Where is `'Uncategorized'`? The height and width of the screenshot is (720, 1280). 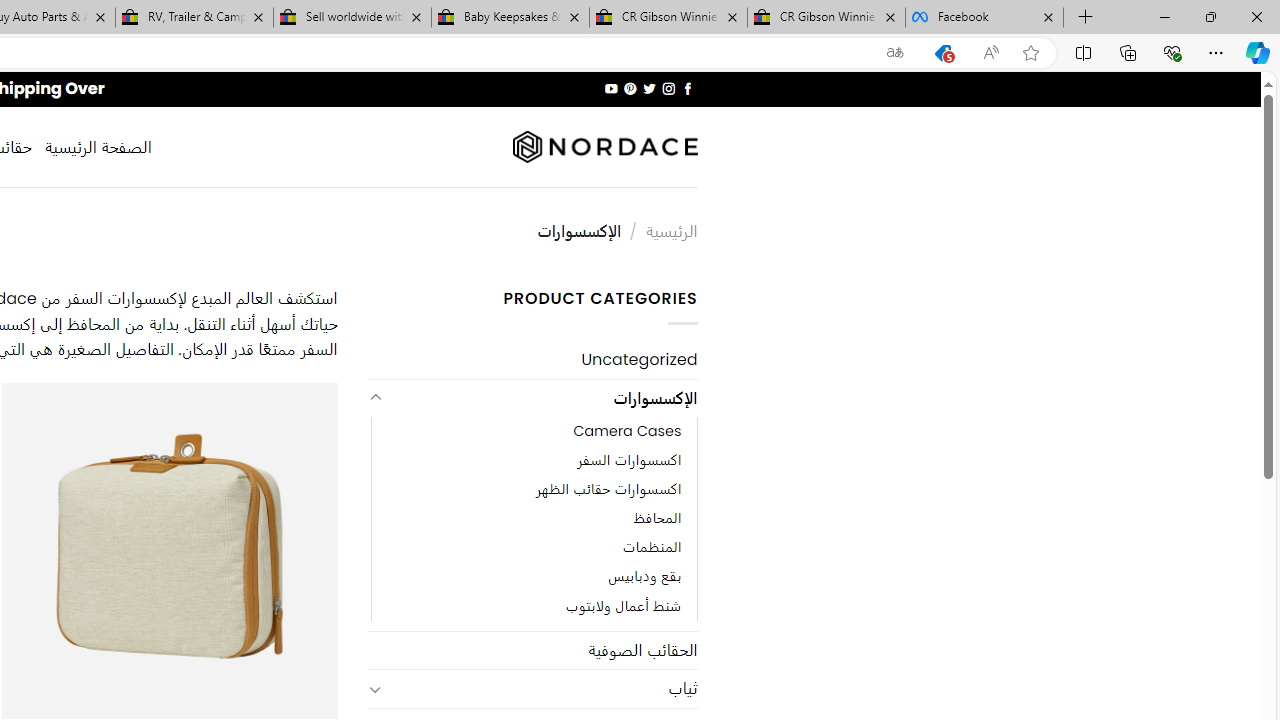
'Uncategorized' is located at coordinates (532, 360).